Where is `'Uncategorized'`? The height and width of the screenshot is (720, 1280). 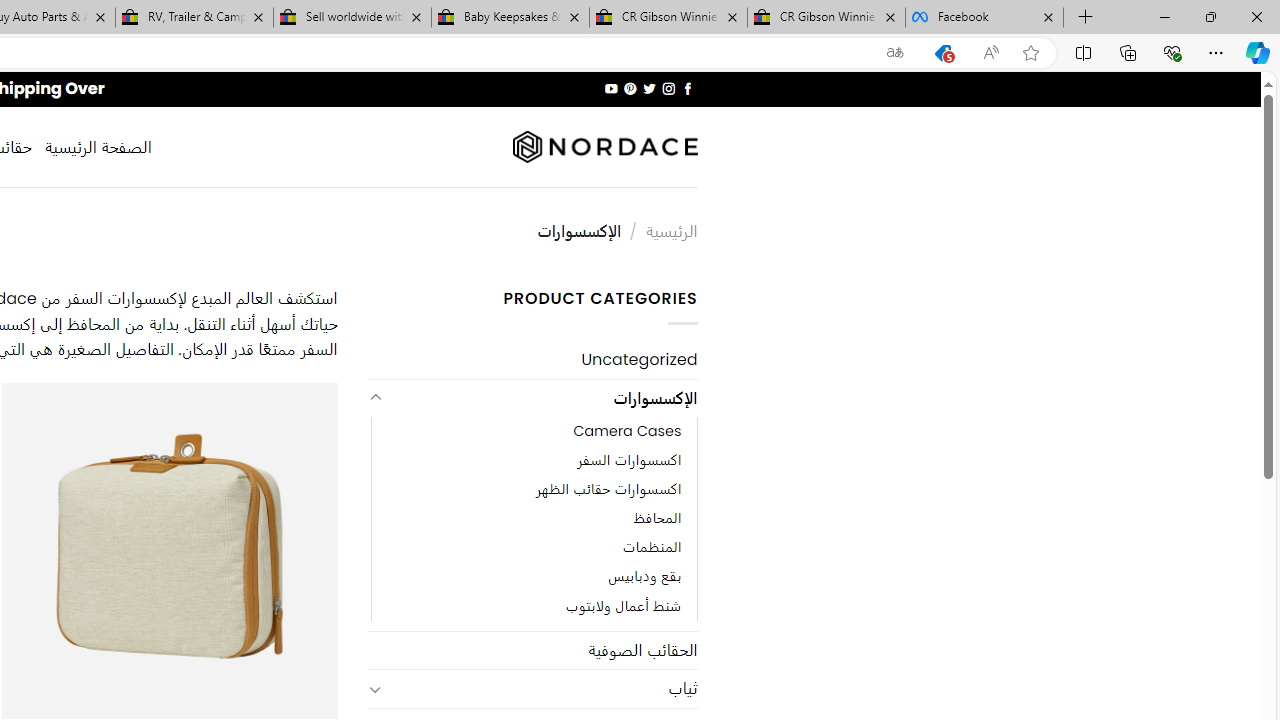
'Uncategorized' is located at coordinates (532, 360).